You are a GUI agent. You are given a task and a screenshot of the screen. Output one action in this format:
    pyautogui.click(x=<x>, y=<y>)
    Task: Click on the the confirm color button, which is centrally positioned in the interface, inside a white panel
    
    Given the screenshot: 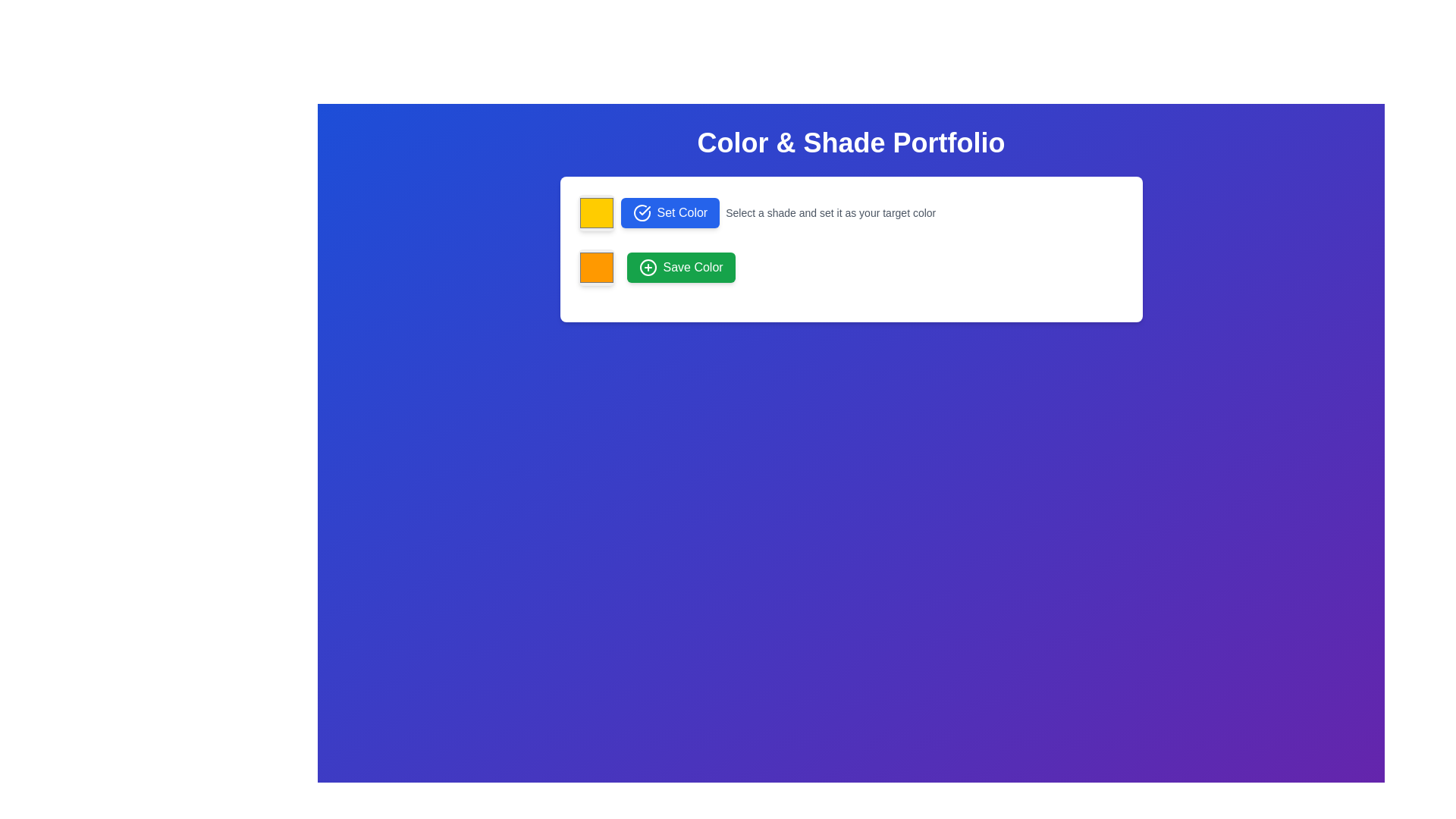 What is the action you would take?
    pyautogui.click(x=669, y=213)
    